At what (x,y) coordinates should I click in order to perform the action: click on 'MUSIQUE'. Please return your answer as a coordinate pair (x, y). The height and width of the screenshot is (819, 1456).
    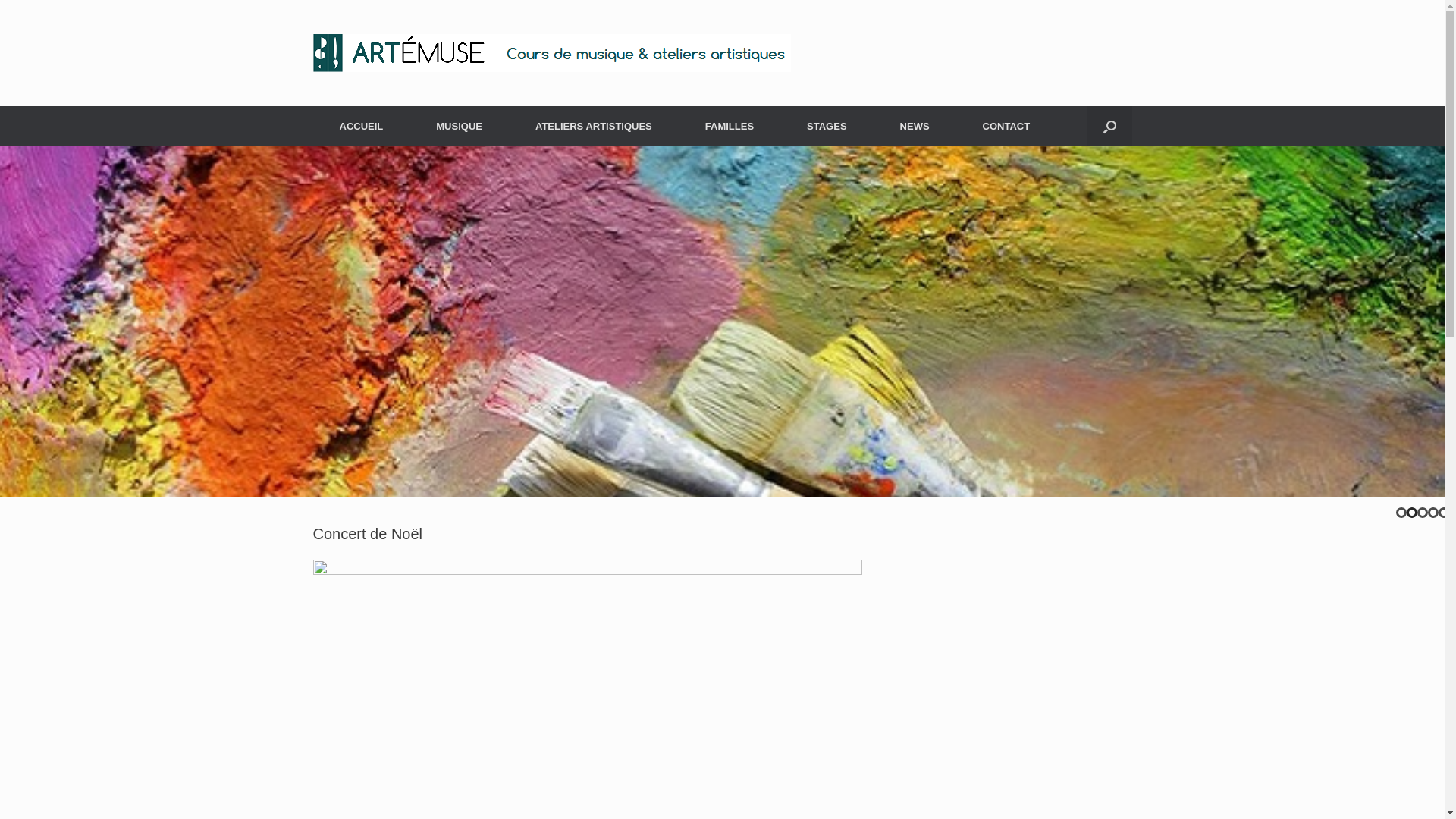
    Looking at the image, I should click on (409, 125).